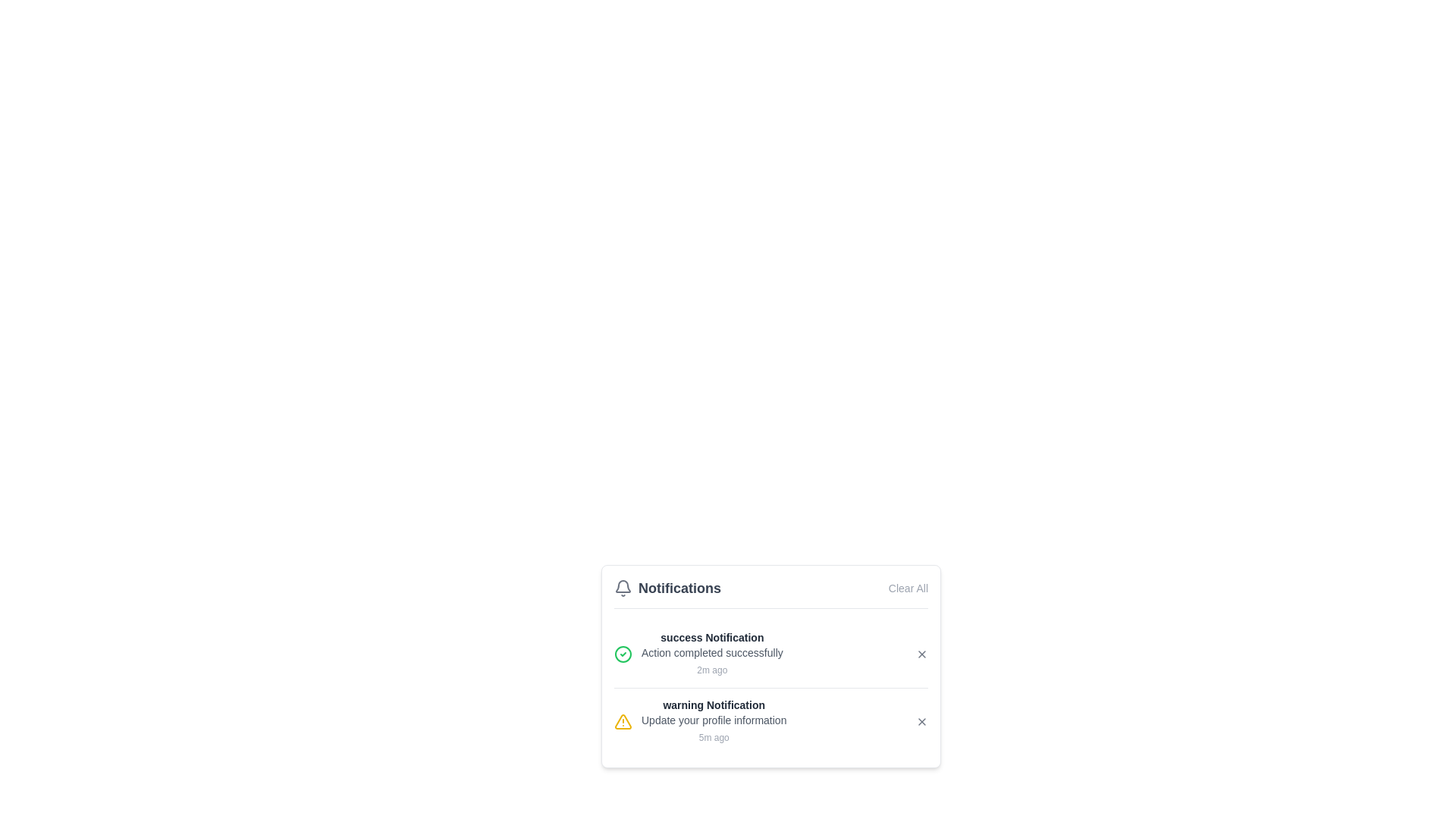  I want to click on the text string styled in small gray font that reads 'Action completed successfully', which is located within the notification card interface beneath the 'success Notification' title, so click(711, 651).